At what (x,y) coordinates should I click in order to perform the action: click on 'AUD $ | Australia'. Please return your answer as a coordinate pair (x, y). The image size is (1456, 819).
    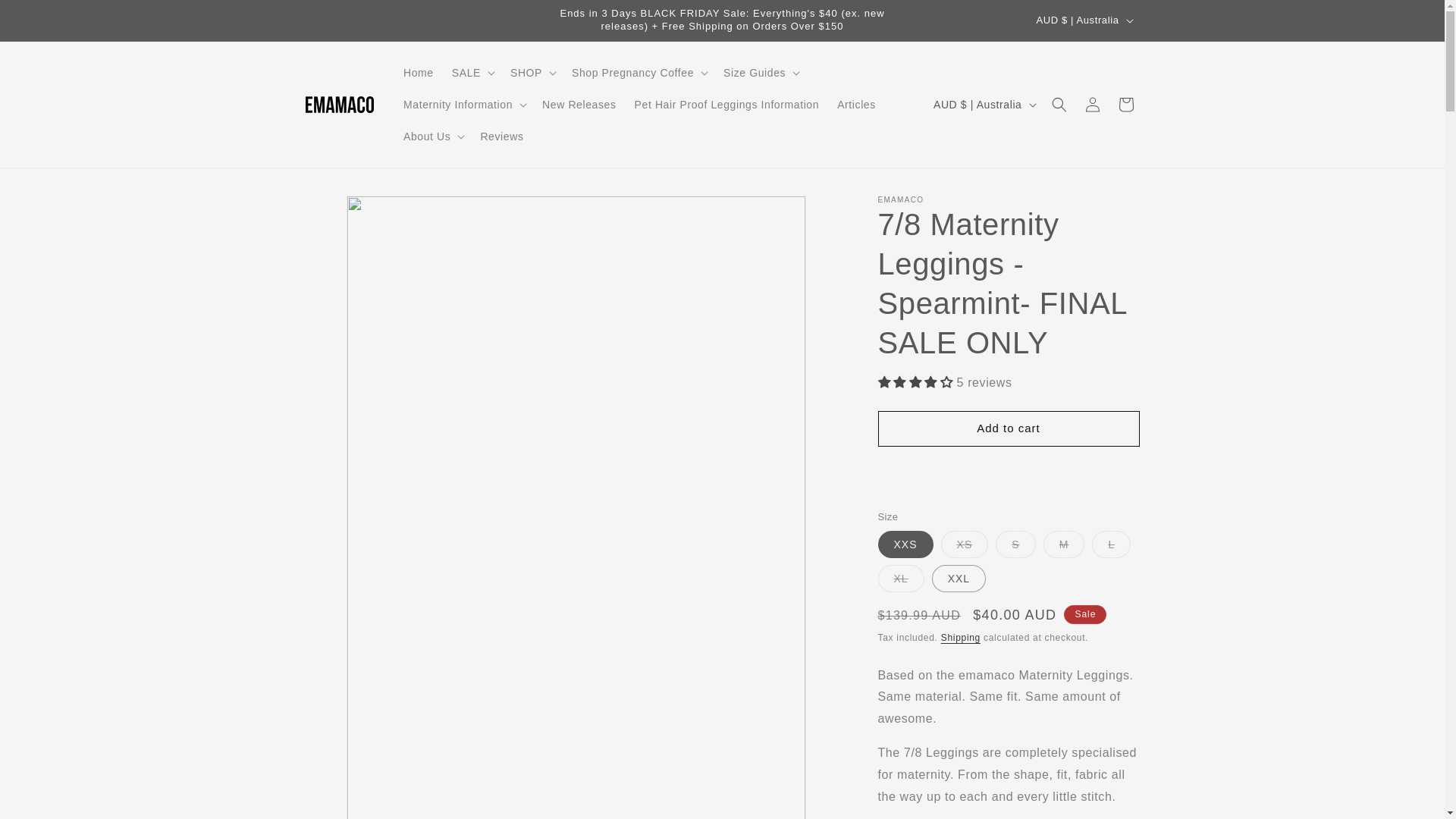
    Looking at the image, I should click on (1083, 20).